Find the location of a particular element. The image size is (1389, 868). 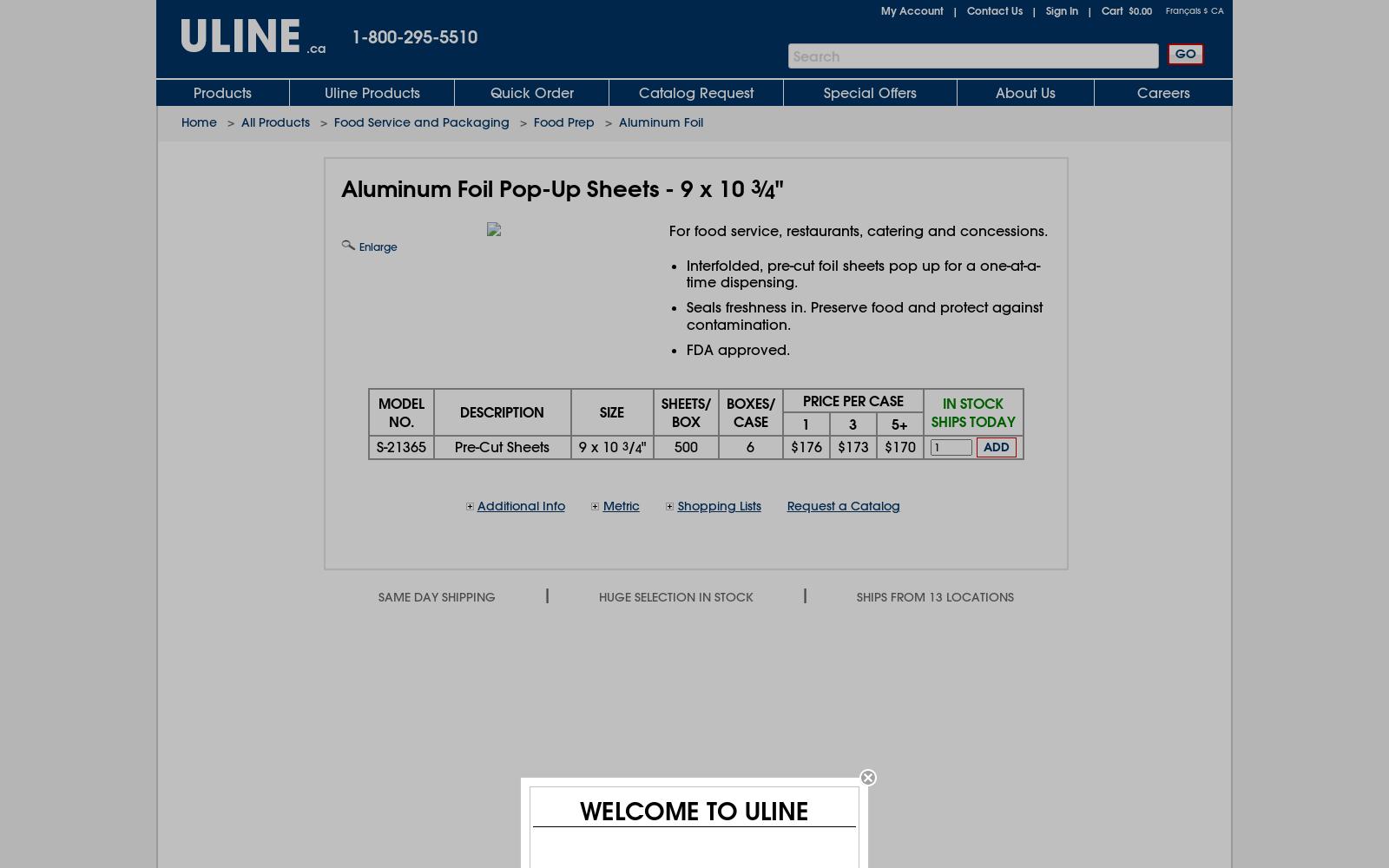

'Shopping Lists' is located at coordinates (717, 504).